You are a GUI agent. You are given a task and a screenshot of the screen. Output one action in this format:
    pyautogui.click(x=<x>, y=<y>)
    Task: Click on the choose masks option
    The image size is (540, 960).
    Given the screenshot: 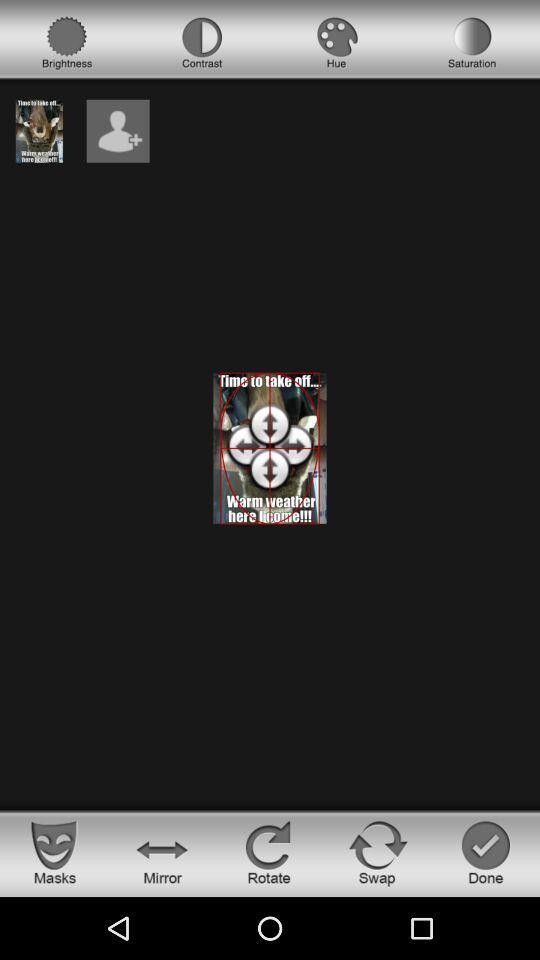 What is the action you would take?
    pyautogui.click(x=54, y=851)
    